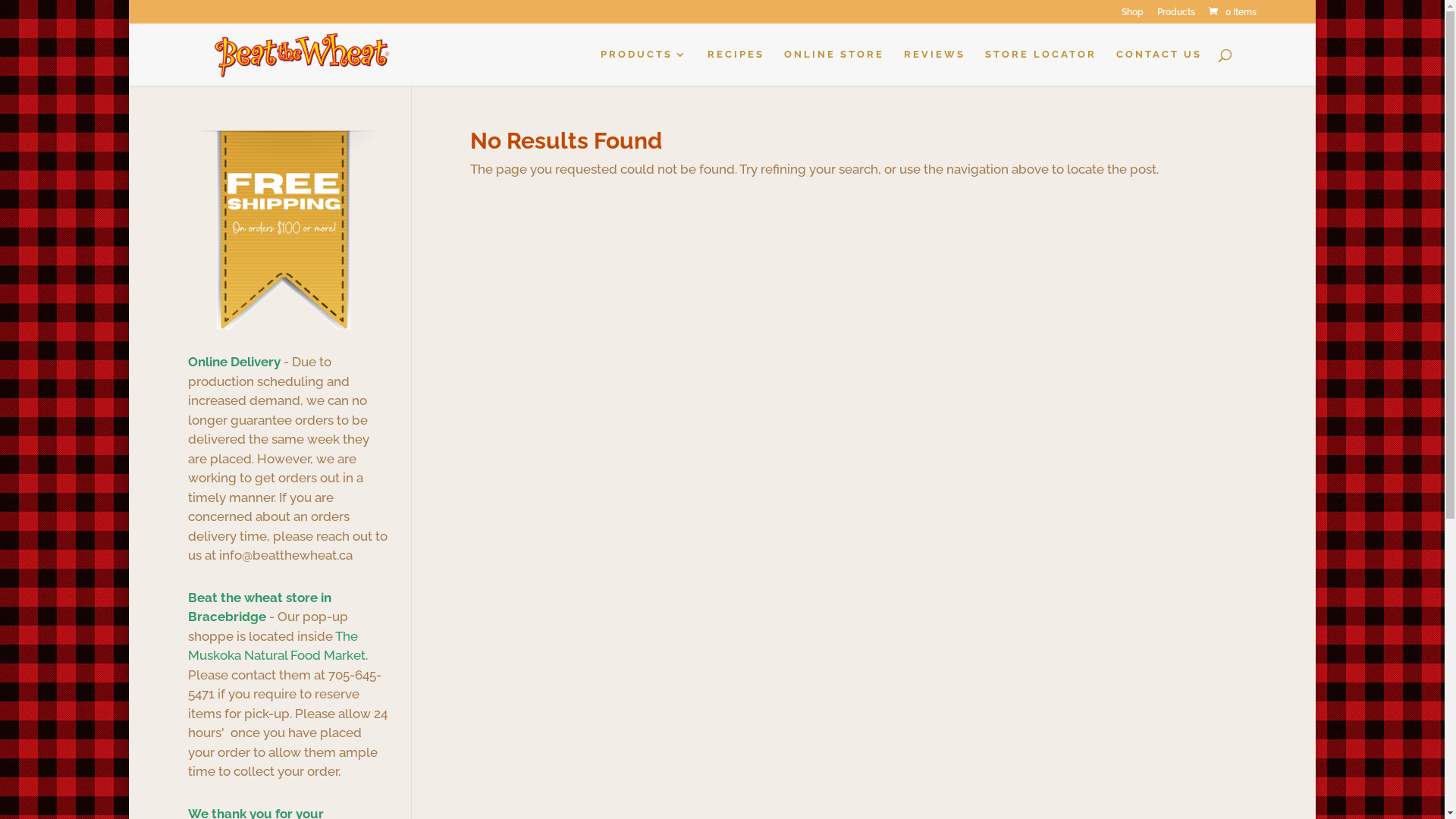  I want to click on 'REVIEWS', so click(934, 66).